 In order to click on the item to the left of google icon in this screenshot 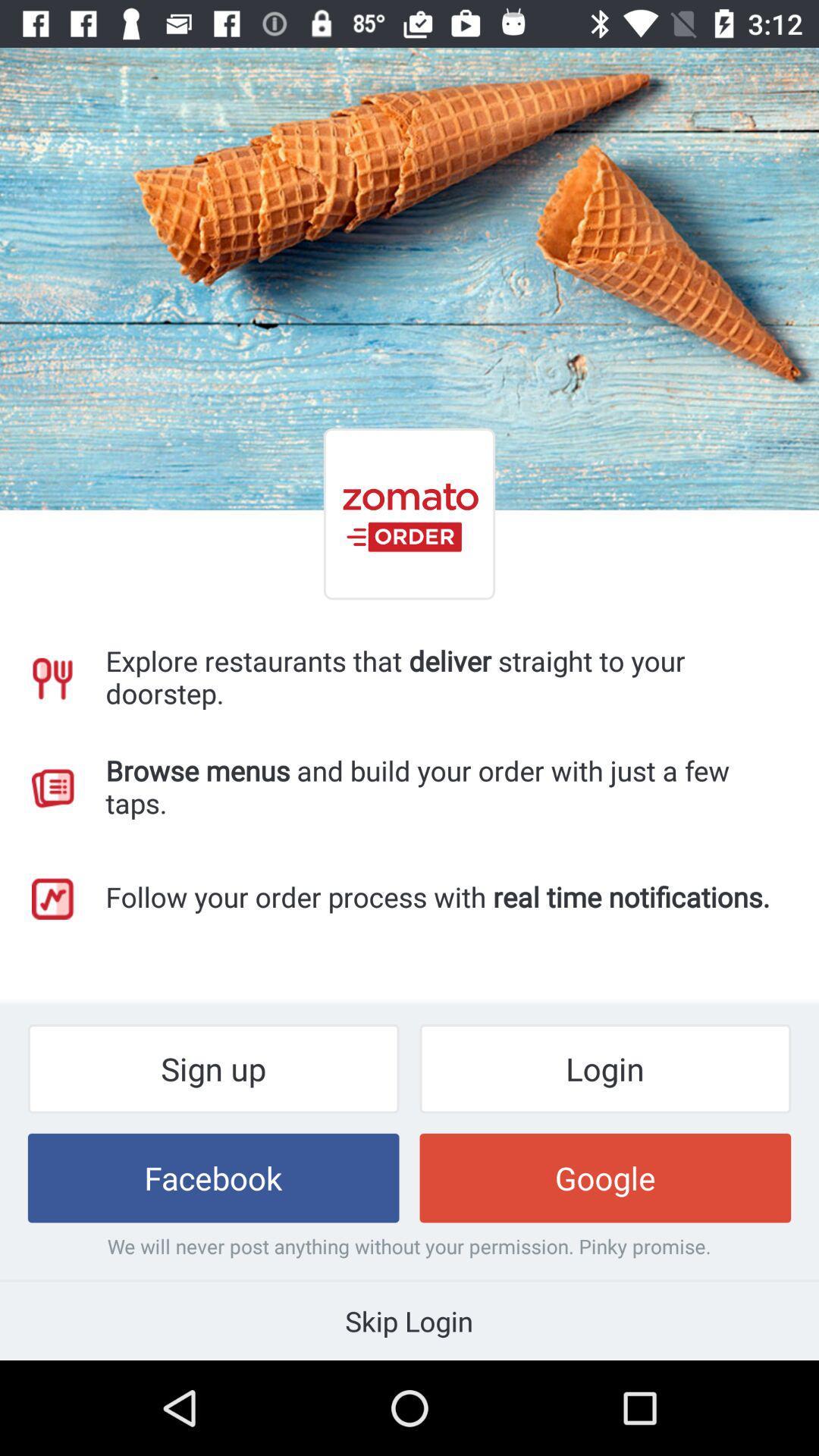, I will do `click(213, 1177)`.